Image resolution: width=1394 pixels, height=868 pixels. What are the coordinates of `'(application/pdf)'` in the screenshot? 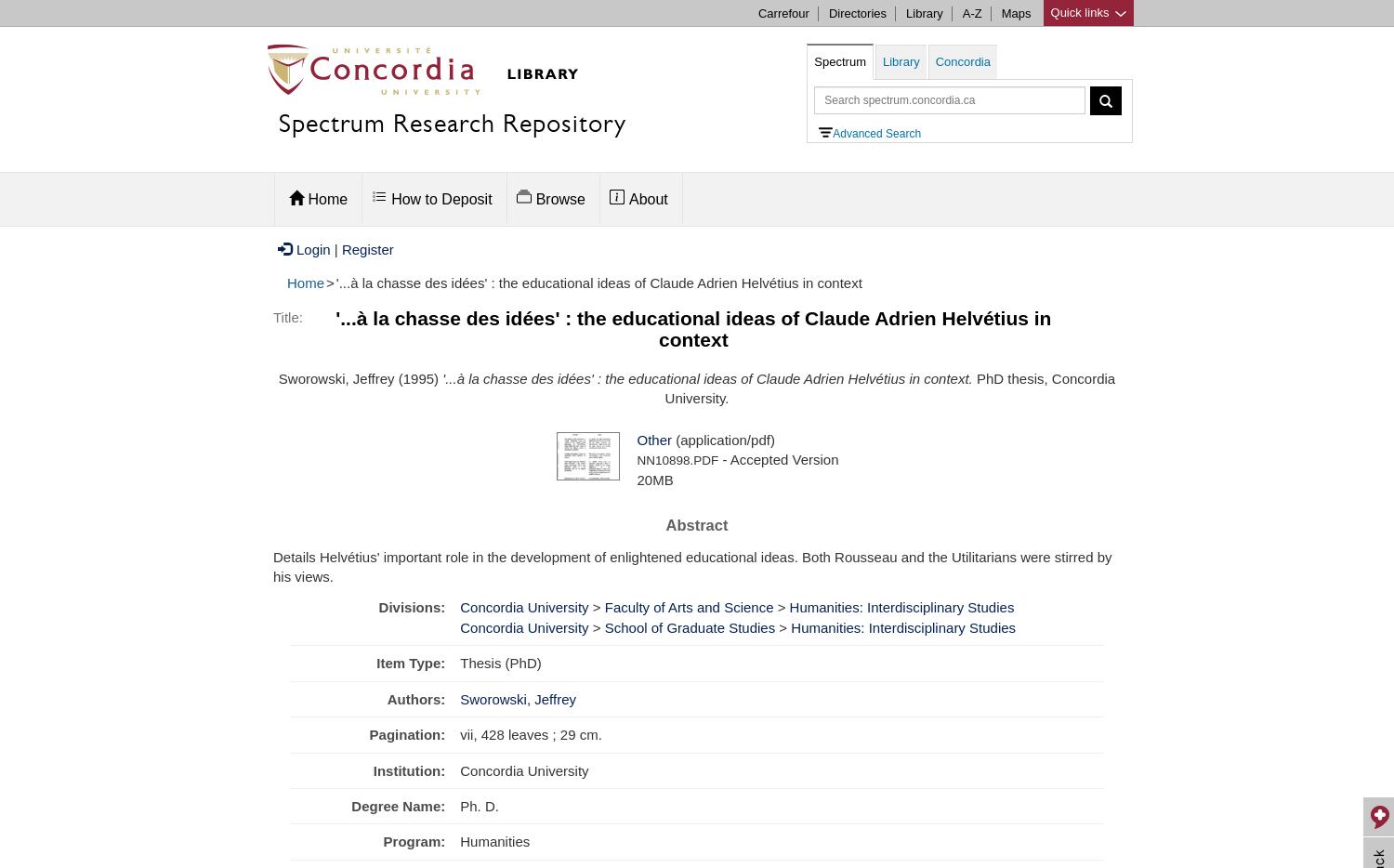 It's located at (669, 438).